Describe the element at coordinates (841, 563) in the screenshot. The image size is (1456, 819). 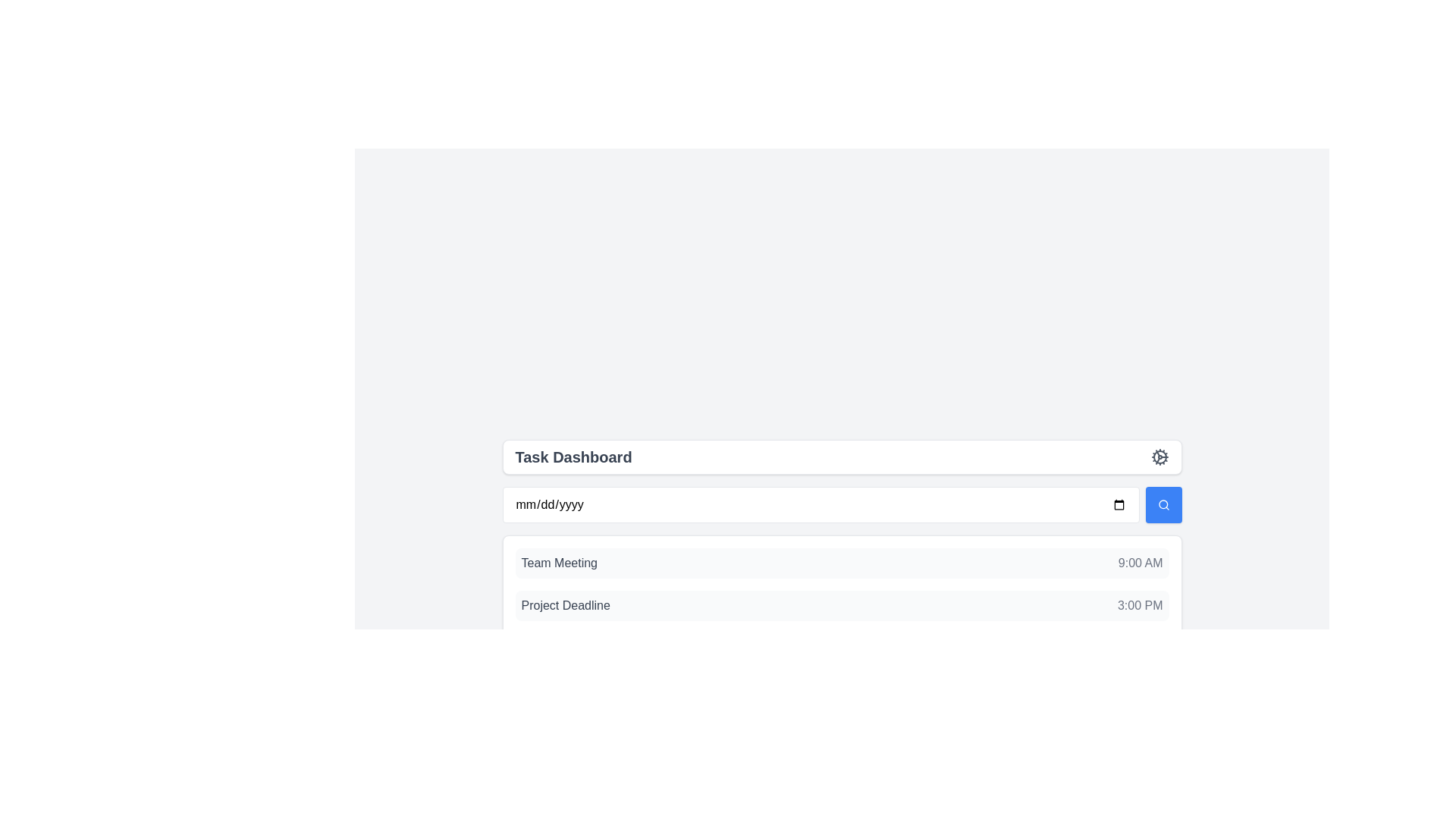
I see `the first list item or schedule entry that displays 'Team Meeting' and '9:00 AM', which is the topmost item in the vertical list` at that location.